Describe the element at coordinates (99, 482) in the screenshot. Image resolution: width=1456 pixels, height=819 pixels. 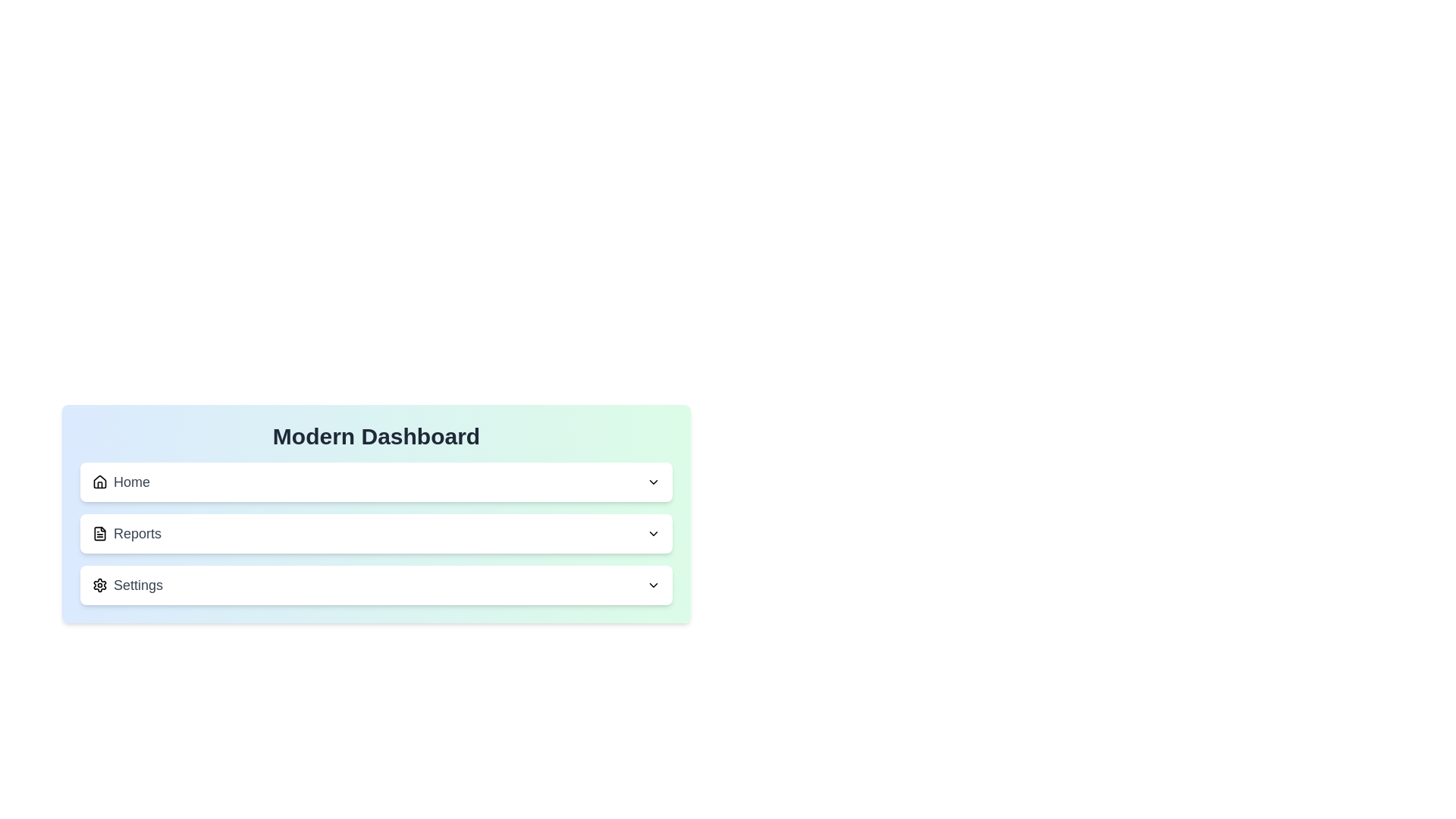
I see `the house icon located in the top-left part of the menu panel, which is positioned beside the 'Home' label and above the 'Reports' entry` at that location.